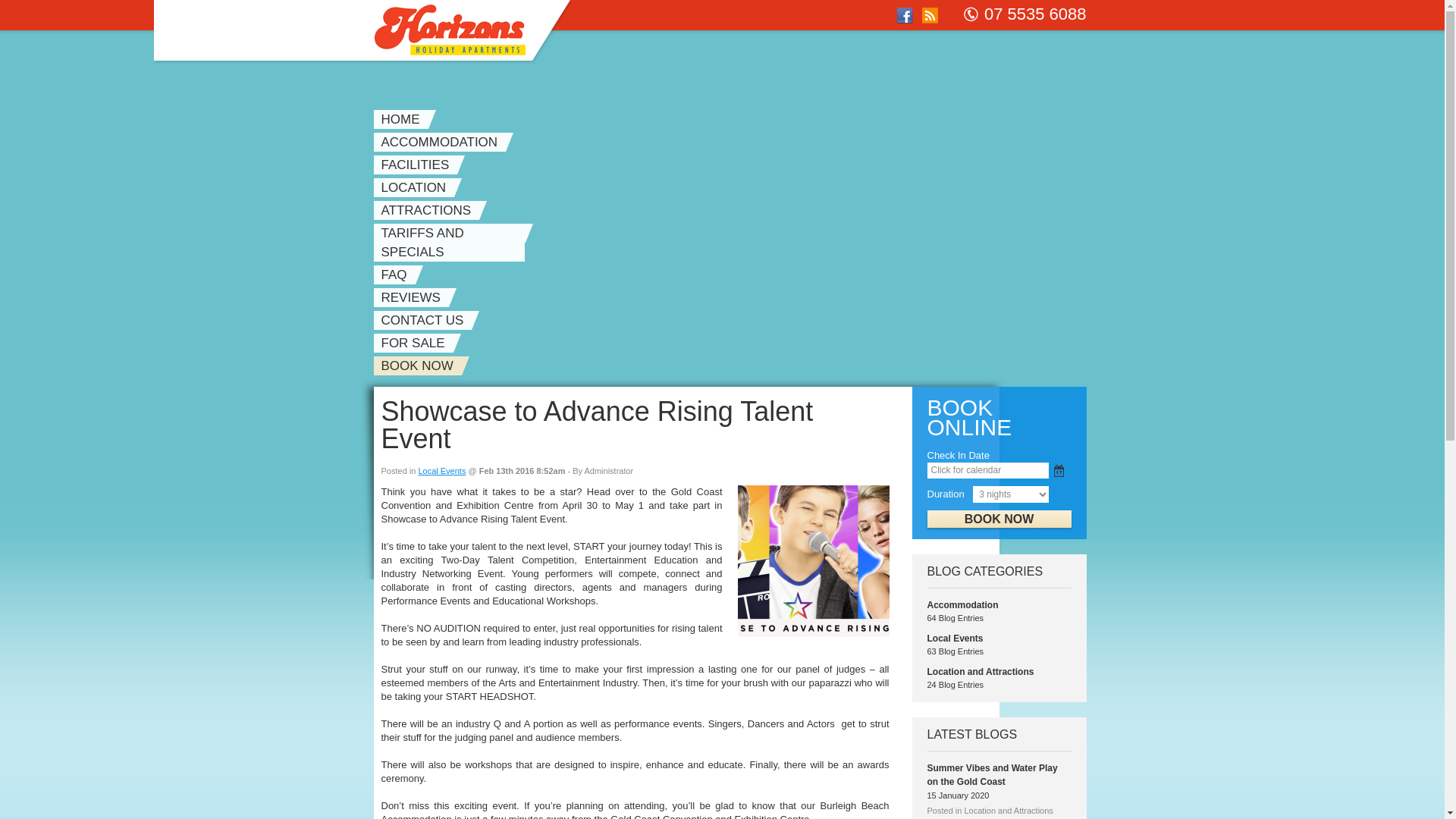 Image resolution: width=1456 pixels, height=819 pixels. Describe the element at coordinates (961, 604) in the screenshot. I see `'Accommodation'` at that location.